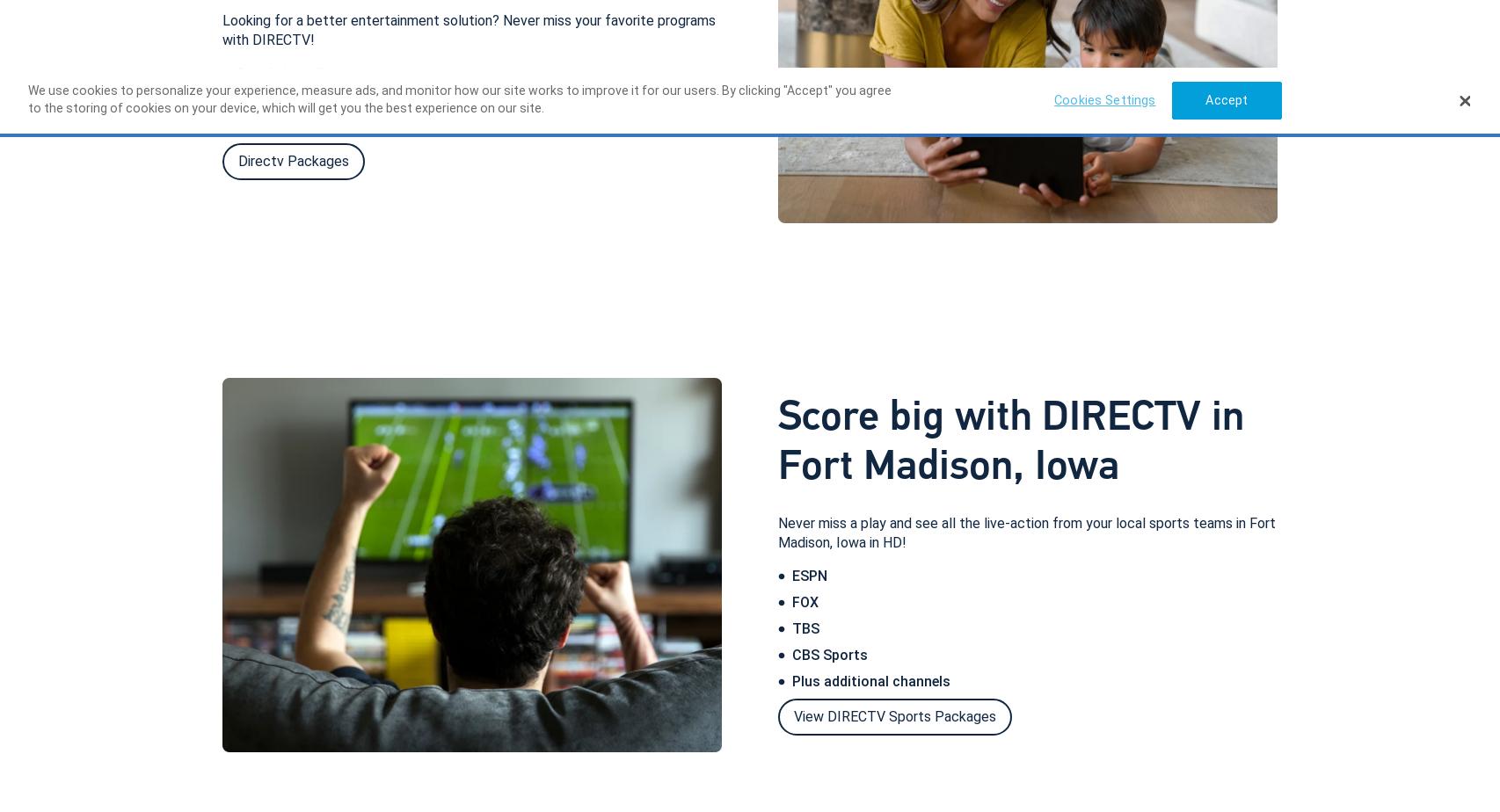  I want to click on 'Diverse programming catalog', so click(333, 98).